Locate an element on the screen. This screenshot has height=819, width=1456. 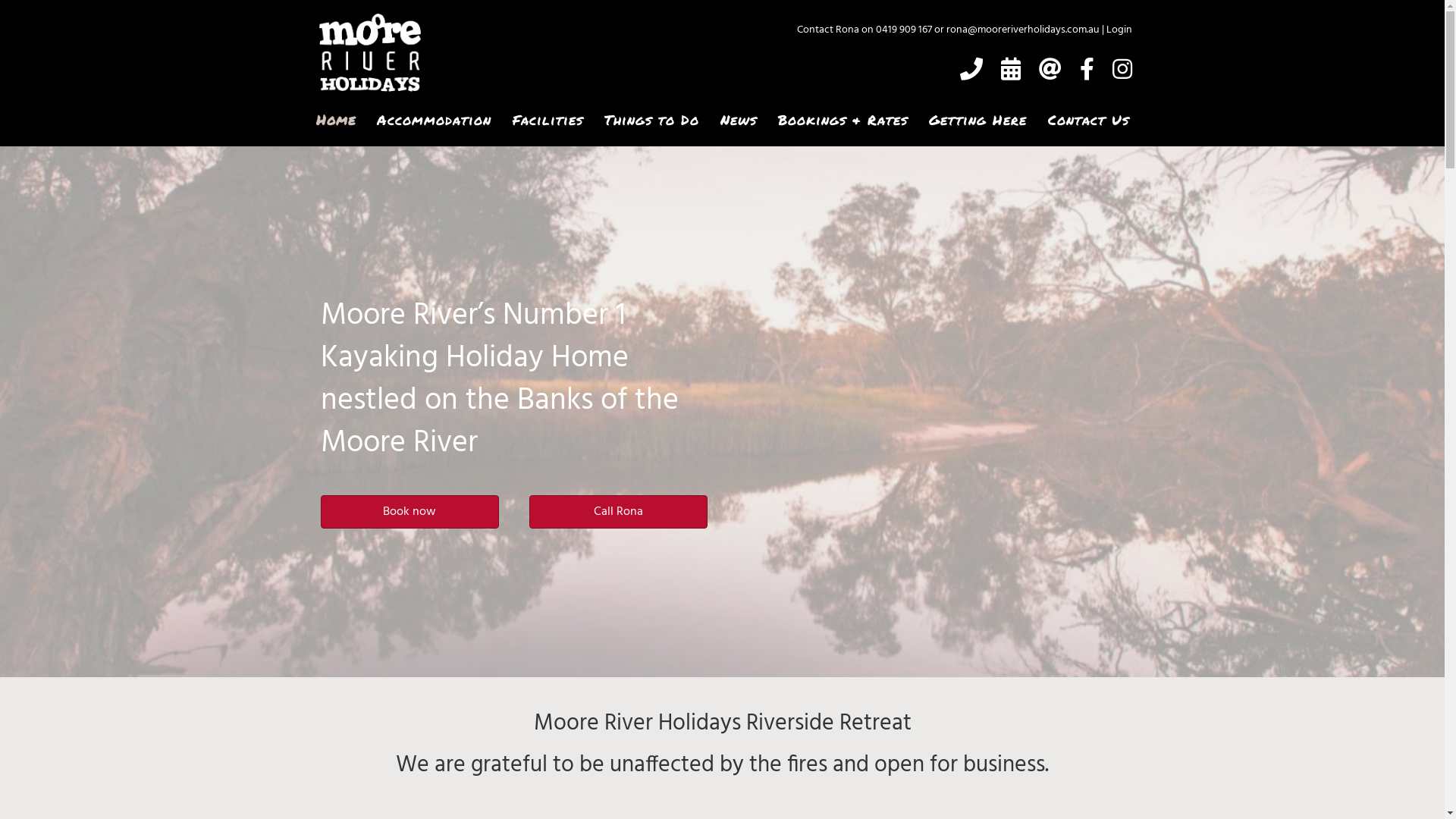
'Getting Here' is located at coordinates (977, 119).